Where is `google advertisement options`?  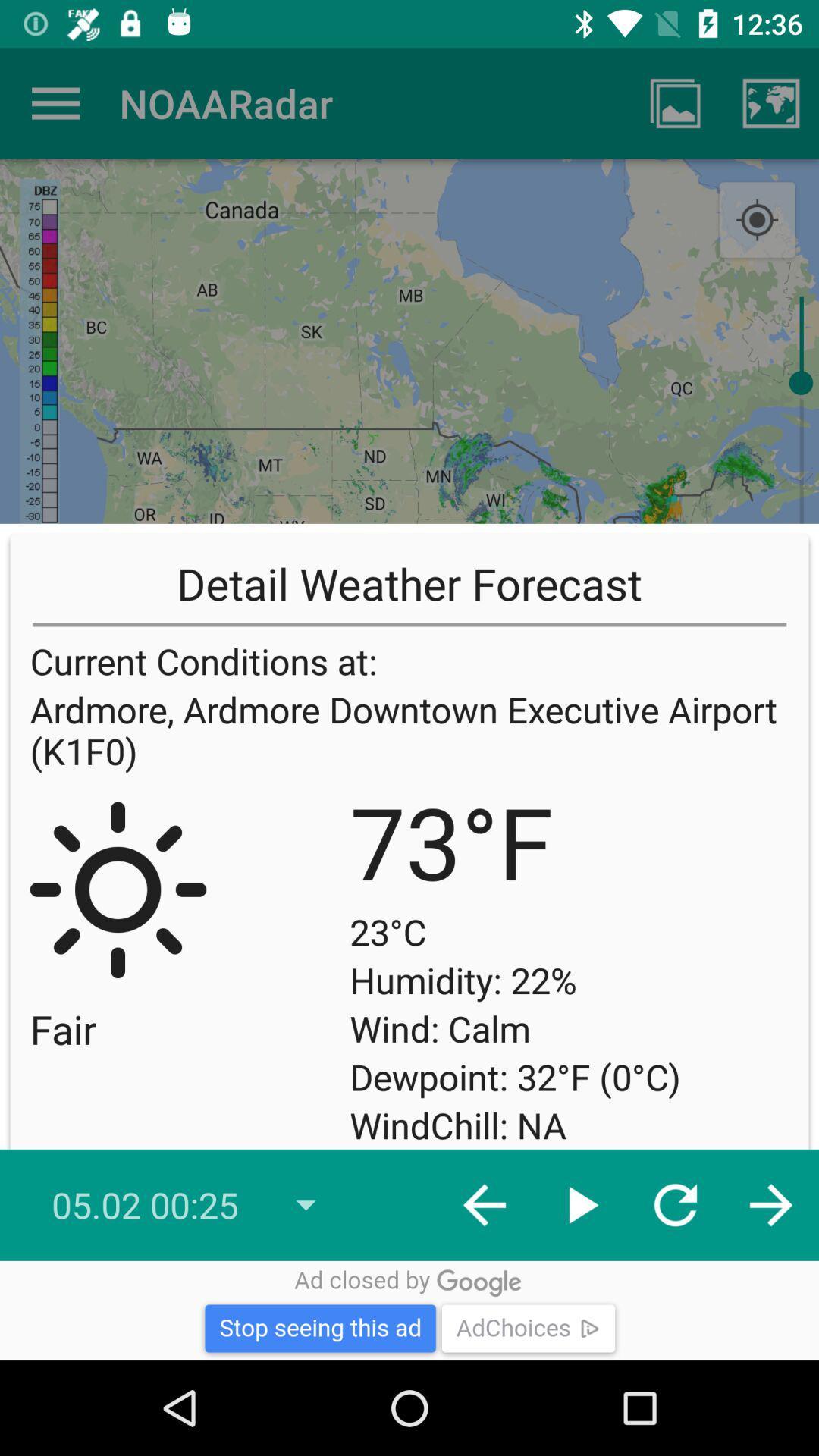
google advertisement options is located at coordinates (409, 1310).